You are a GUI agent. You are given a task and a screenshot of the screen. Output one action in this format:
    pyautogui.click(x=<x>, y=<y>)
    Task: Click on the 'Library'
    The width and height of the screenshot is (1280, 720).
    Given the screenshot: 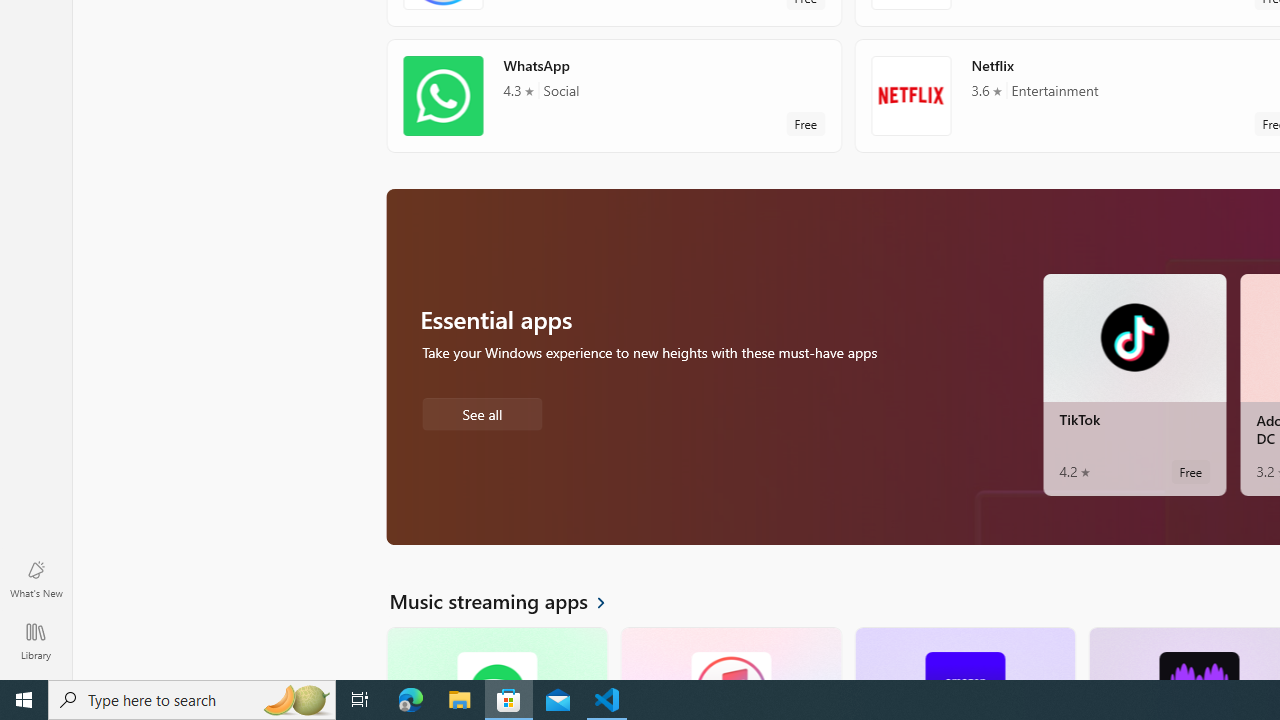 What is the action you would take?
    pyautogui.click(x=35, y=640)
    